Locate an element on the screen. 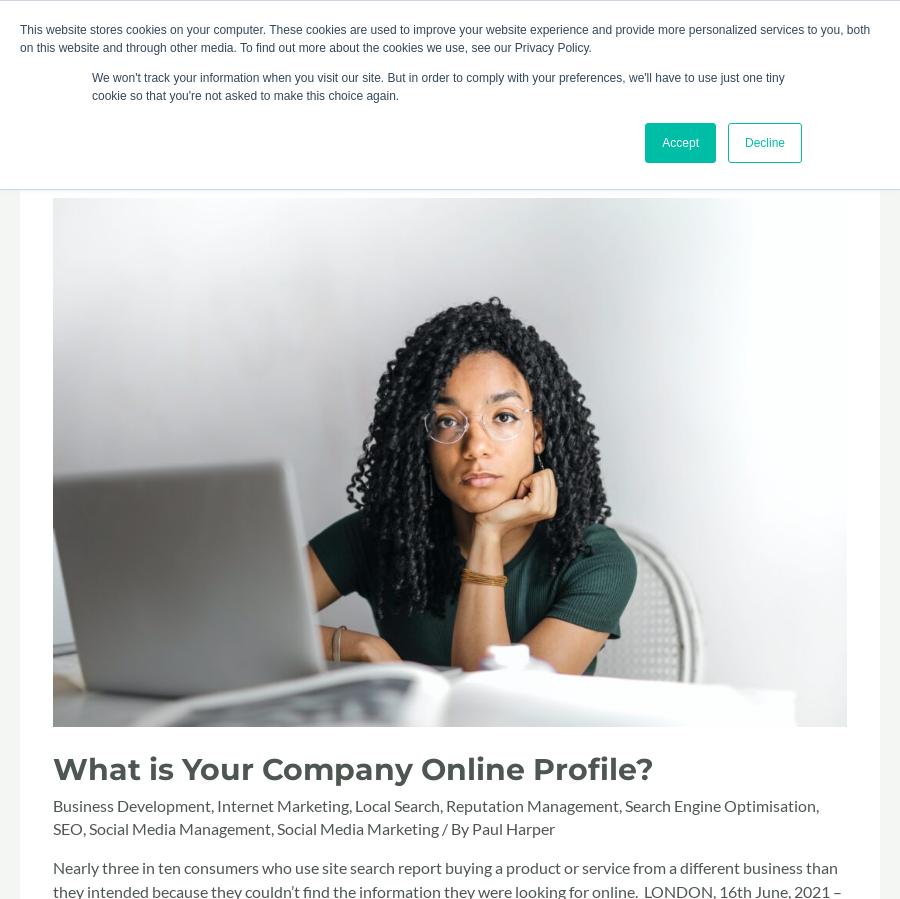 The image size is (900, 899). 'Paul Harper' is located at coordinates (512, 827).